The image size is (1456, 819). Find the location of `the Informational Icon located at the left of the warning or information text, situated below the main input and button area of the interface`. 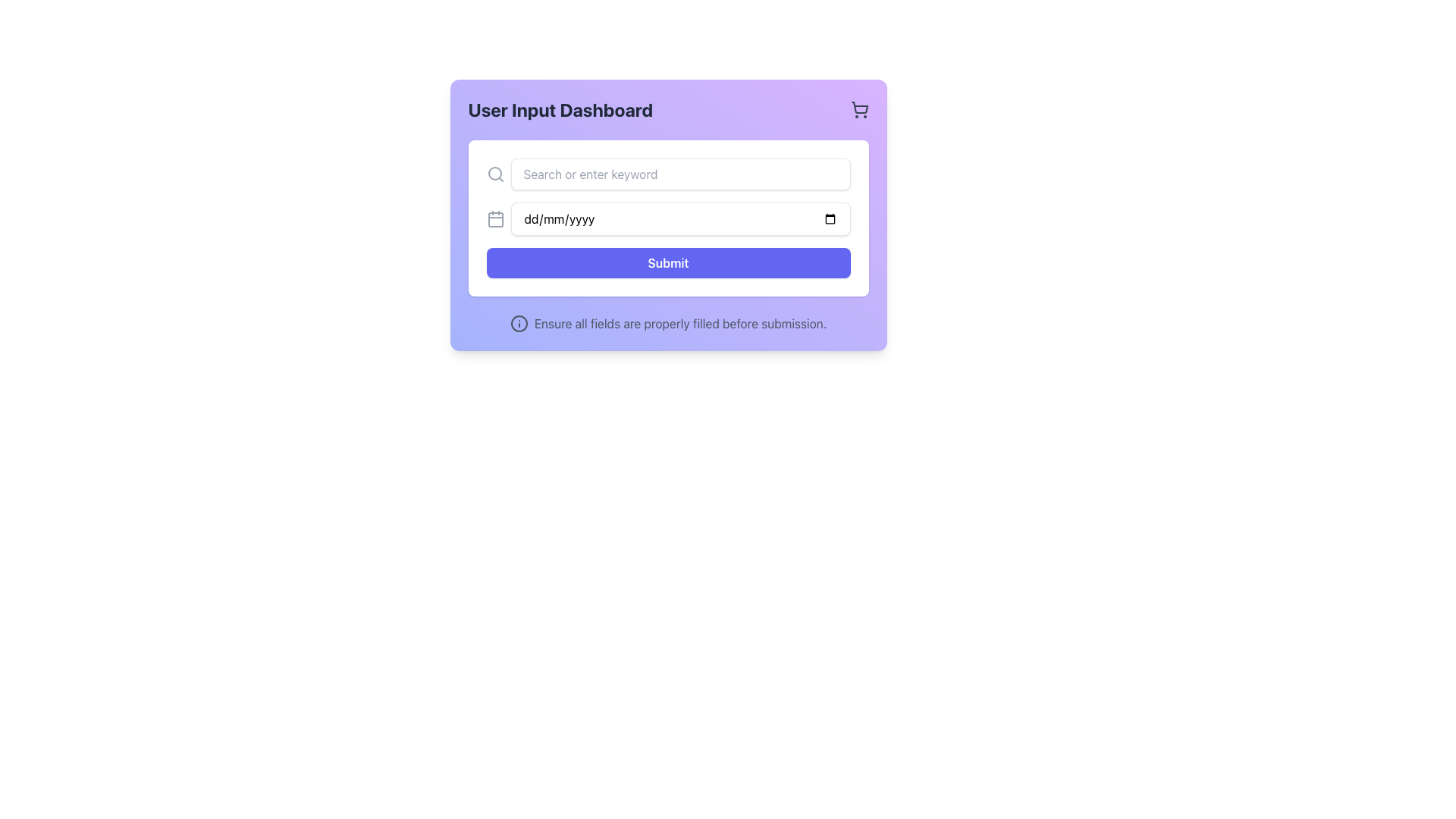

the Informational Icon located at the left of the warning or information text, situated below the main input and button area of the interface is located at coordinates (519, 323).